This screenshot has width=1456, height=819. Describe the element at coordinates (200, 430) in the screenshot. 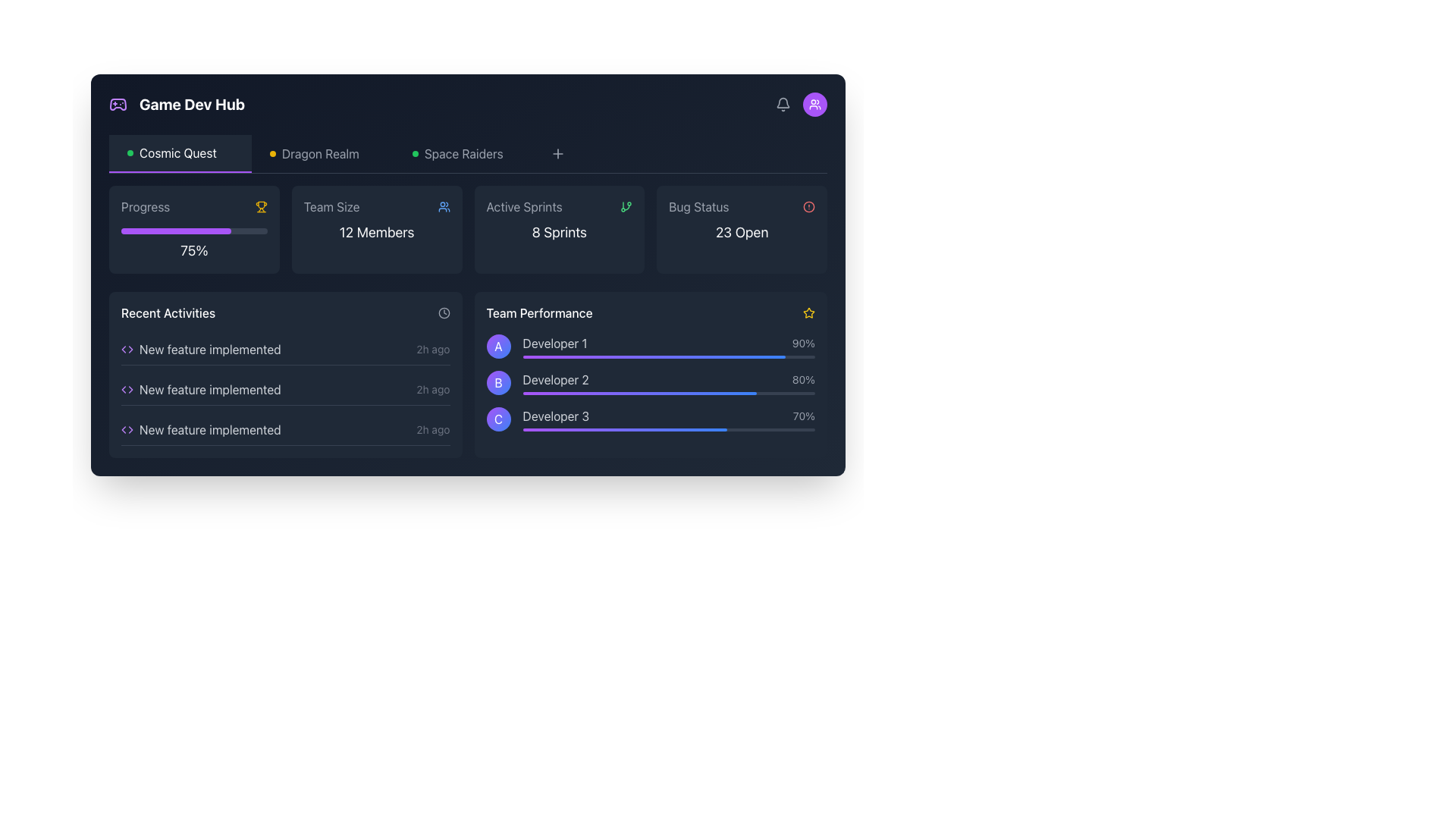

I see `the static text label and decorative icon displaying 'New feature implemented' in the 'Recent Activities' list` at that location.